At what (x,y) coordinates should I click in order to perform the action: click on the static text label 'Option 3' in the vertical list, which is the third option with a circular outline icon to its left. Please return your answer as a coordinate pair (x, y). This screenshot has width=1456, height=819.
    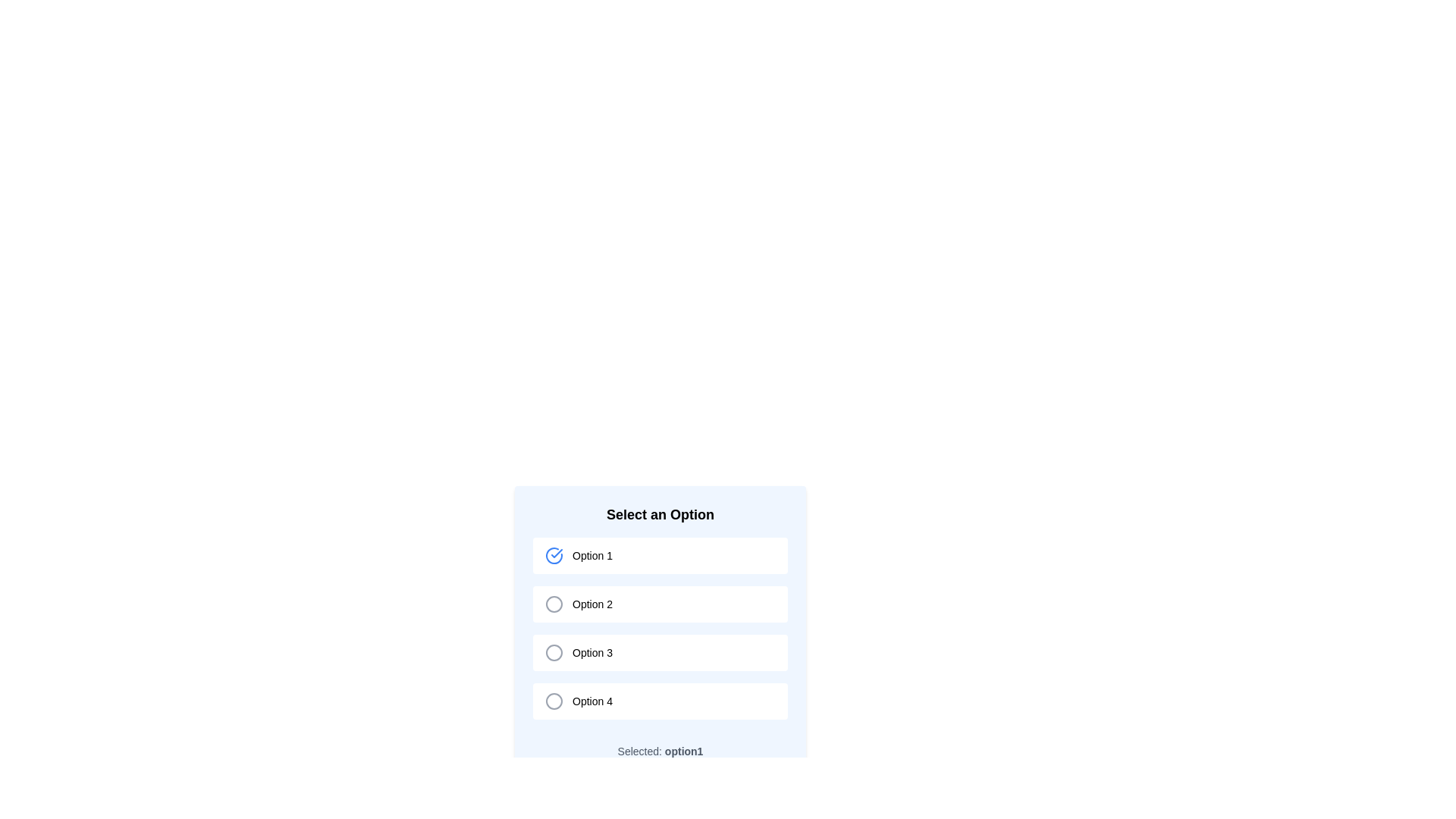
    Looking at the image, I should click on (591, 651).